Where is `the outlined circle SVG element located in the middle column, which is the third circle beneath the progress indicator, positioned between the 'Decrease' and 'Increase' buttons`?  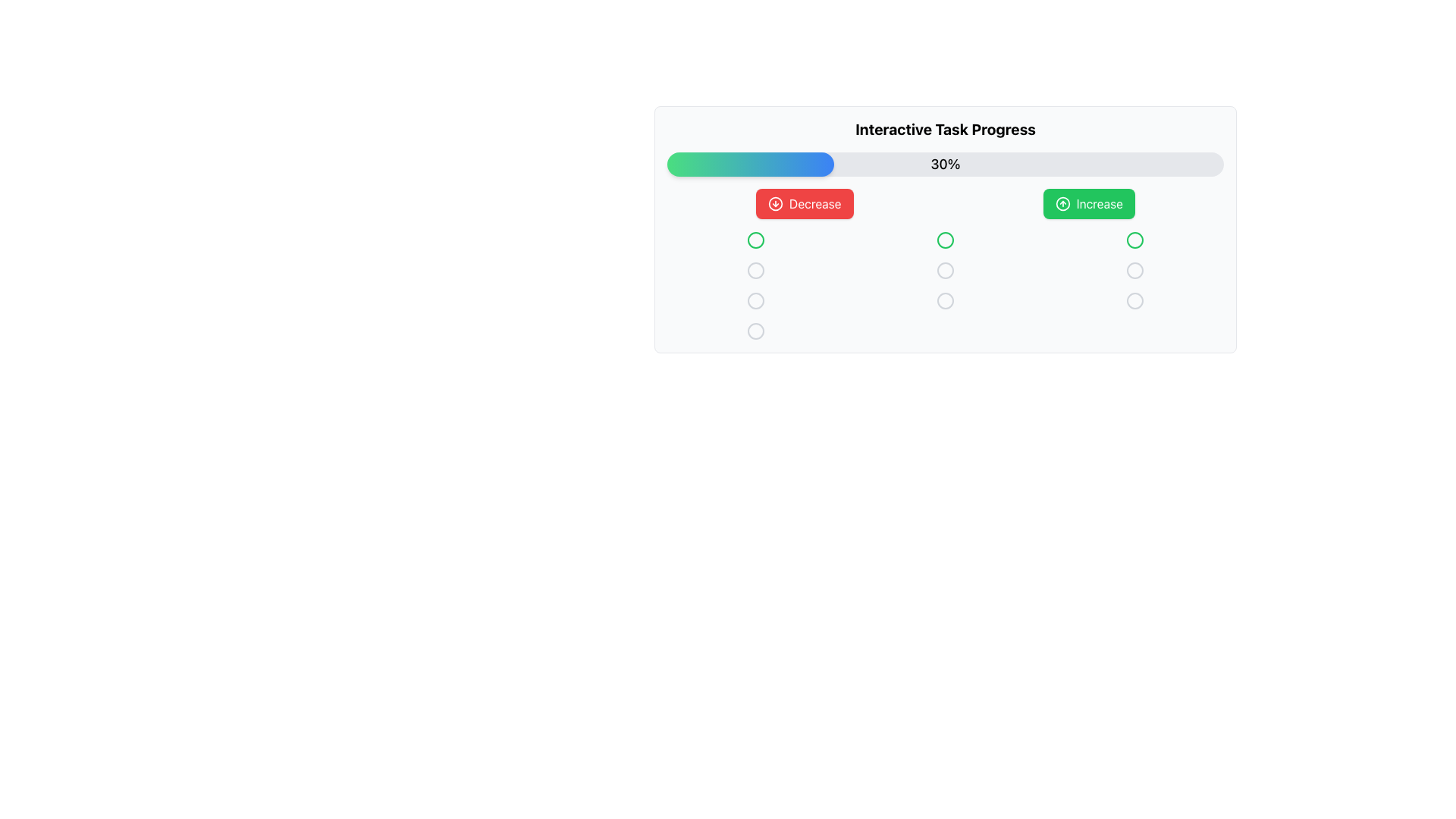
the outlined circle SVG element located in the middle column, which is the third circle beneath the progress indicator, positioned between the 'Decrease' and 'Increase' buttons is located at coordinates (945, 301).